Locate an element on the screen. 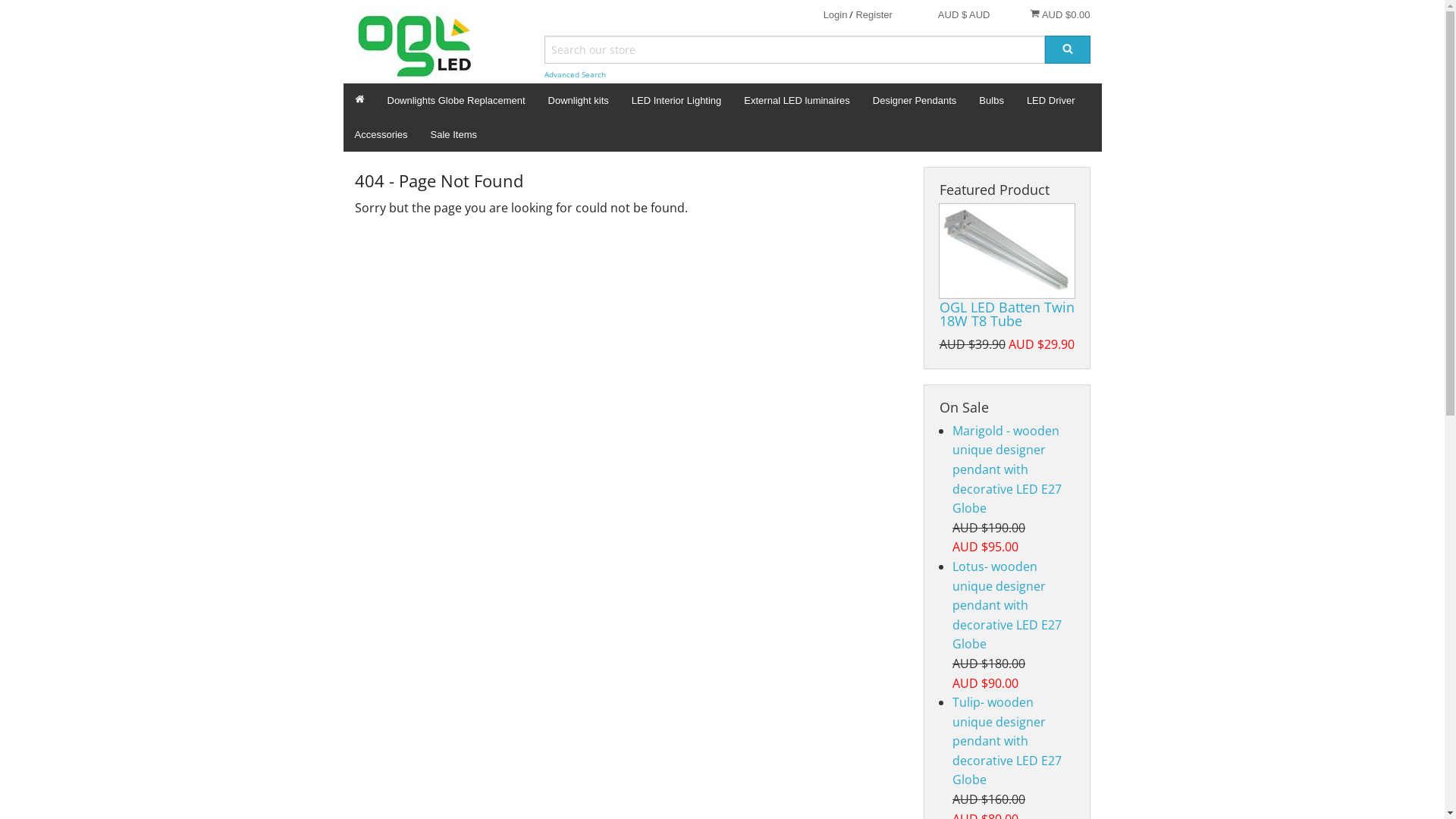  'Register' is located at coordinates (874, 14).